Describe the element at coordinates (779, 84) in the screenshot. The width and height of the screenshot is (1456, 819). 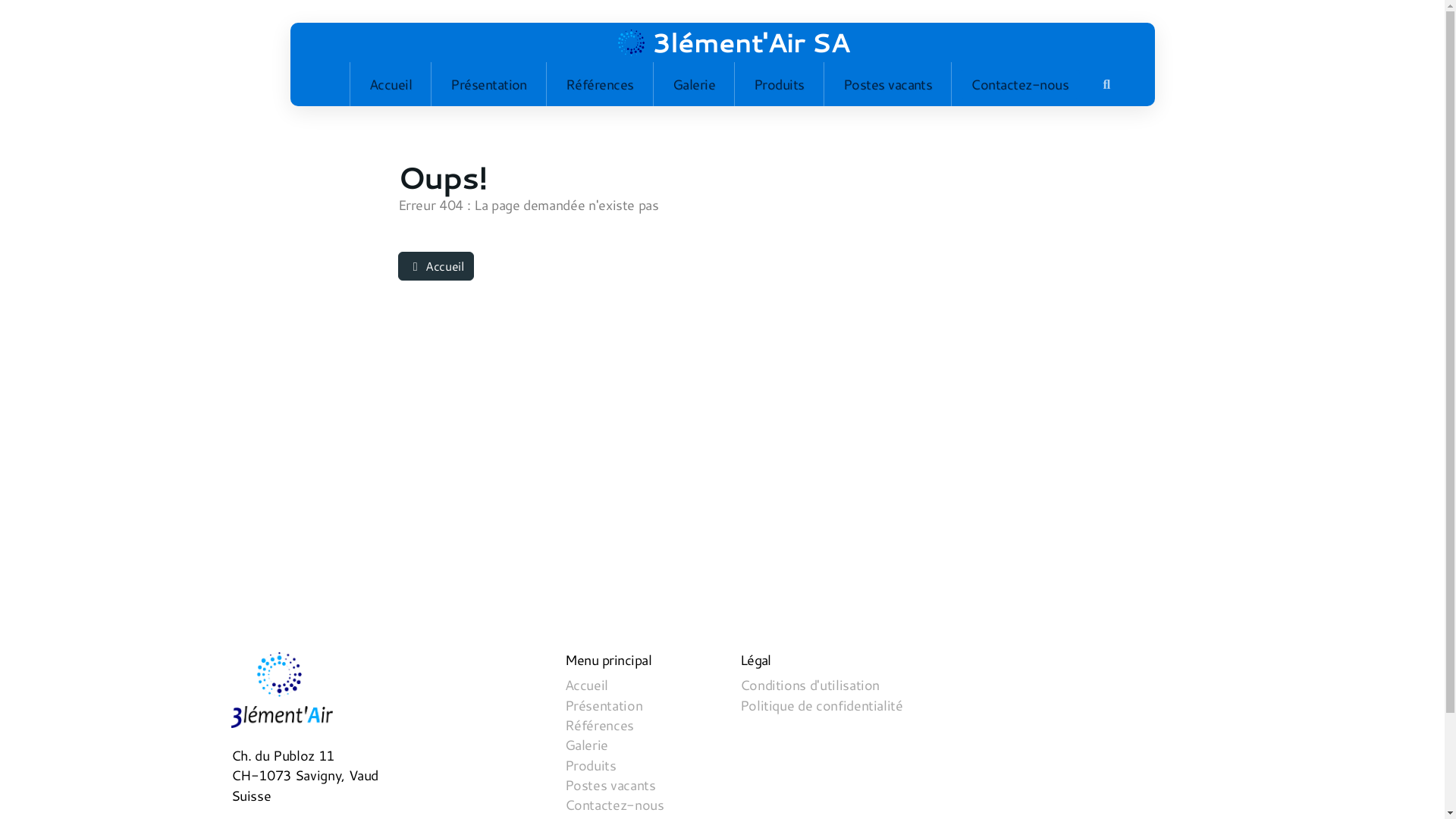
I see `'Produits'` at that location.